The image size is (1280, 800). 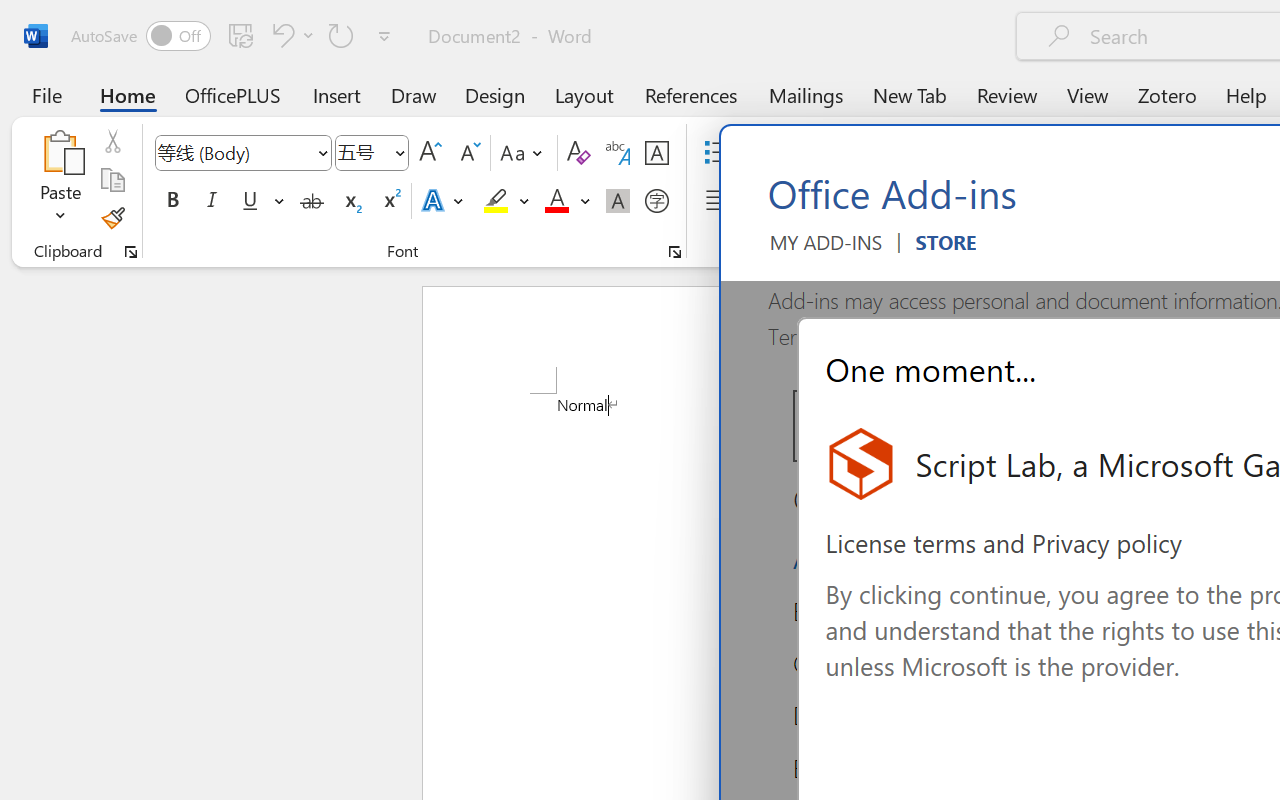 What do you see at coordinates (429, 153) in the screenshot?
I see `'Grow Font'` at bounding box center [429, 153].